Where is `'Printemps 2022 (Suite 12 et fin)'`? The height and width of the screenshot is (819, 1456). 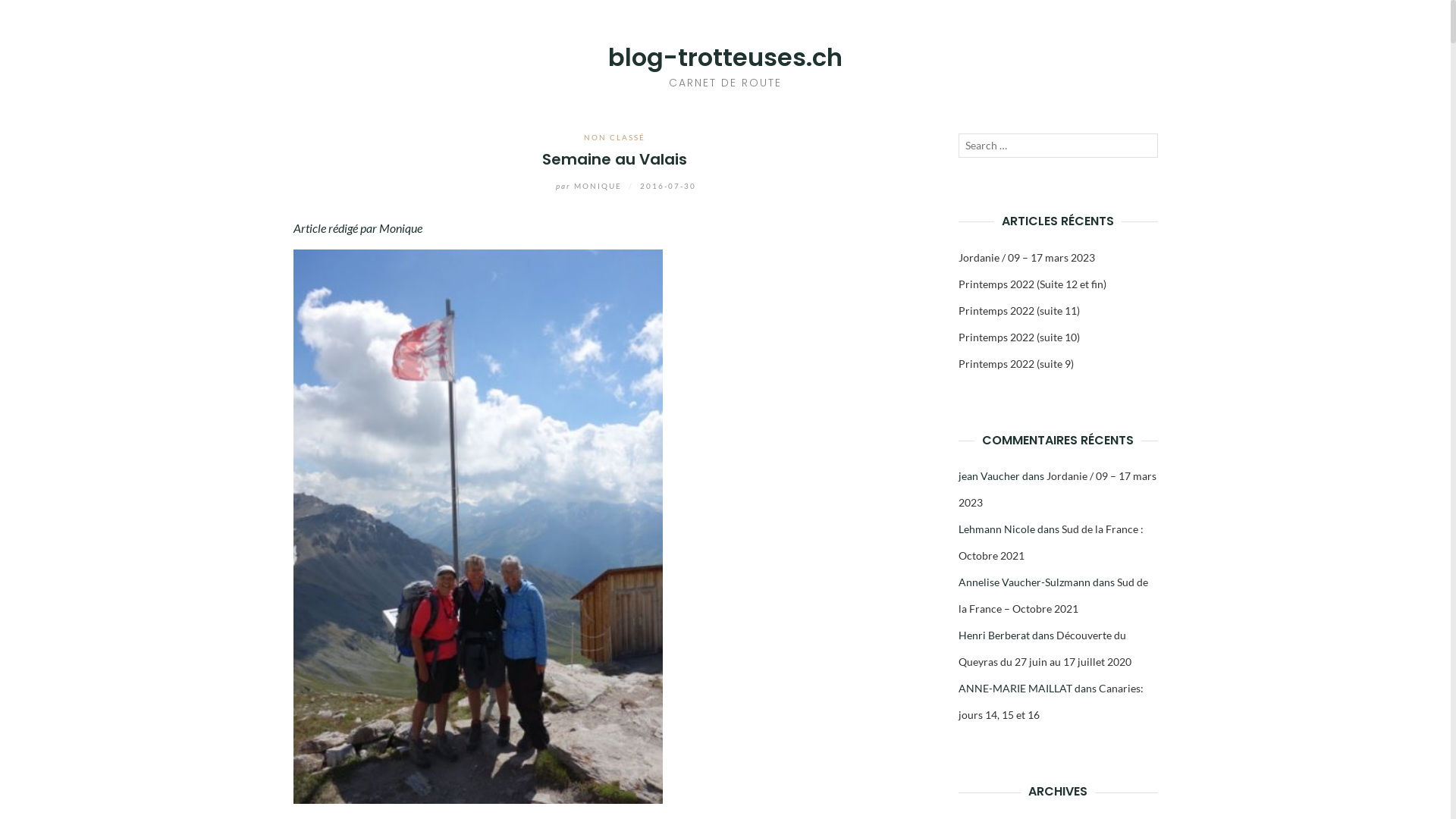 'Printemps 2022 (Suite 12 et fin)' is located at coordinates (1031, 284).